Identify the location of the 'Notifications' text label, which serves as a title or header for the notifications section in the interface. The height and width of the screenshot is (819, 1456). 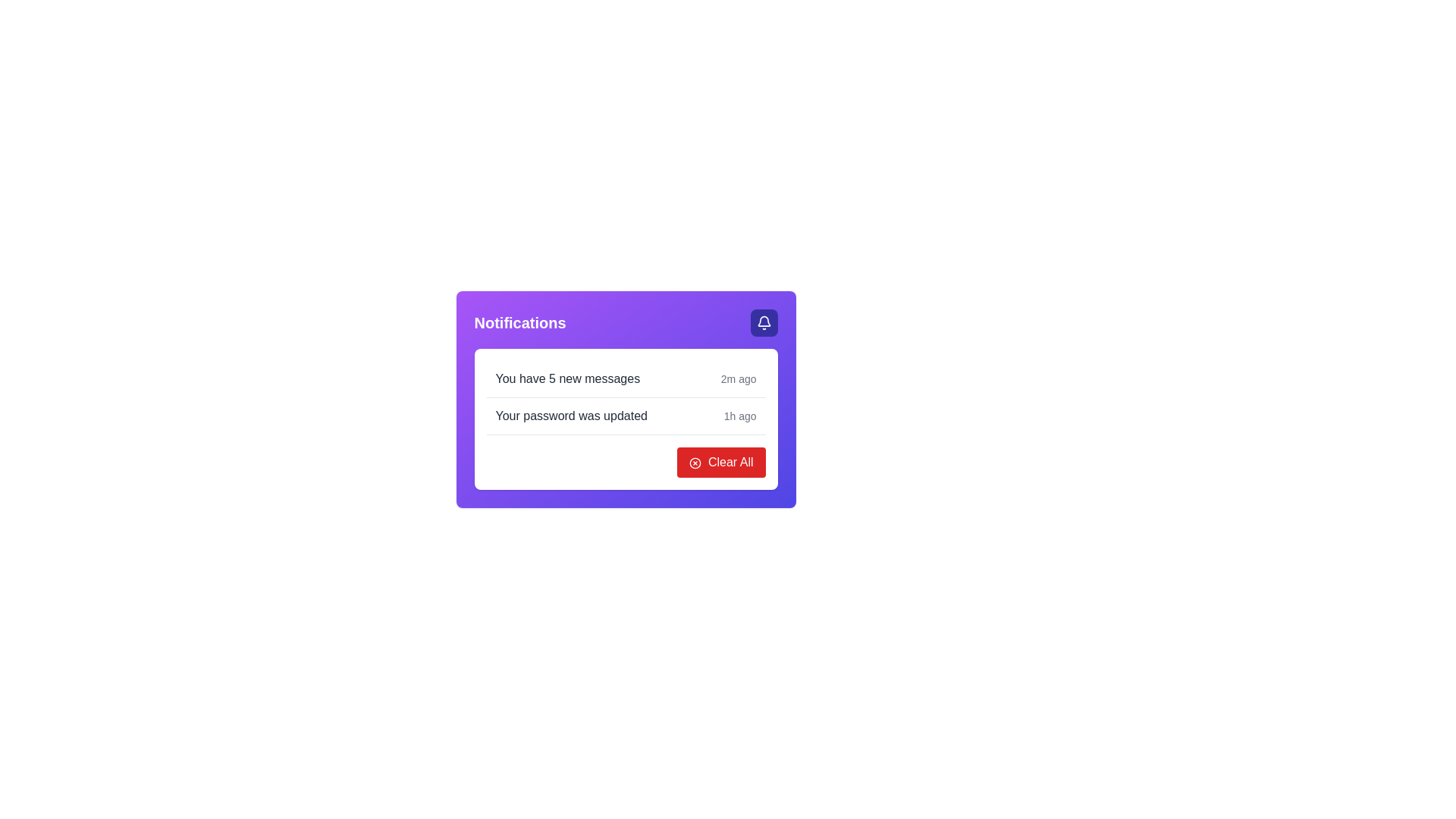
(520, 322).